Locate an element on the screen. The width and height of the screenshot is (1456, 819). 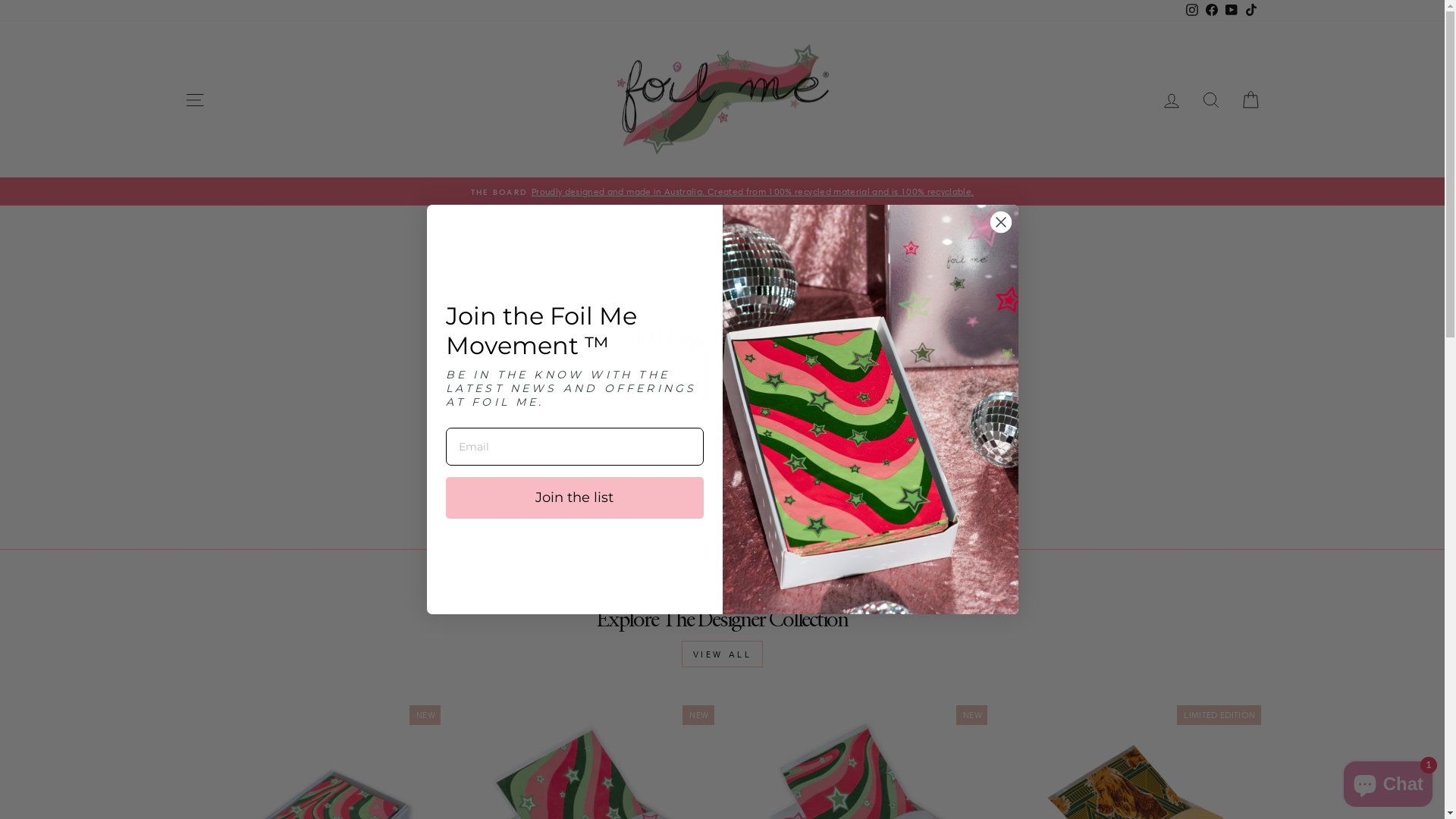
'SEARCH' is located at coordinates (1210, 99).